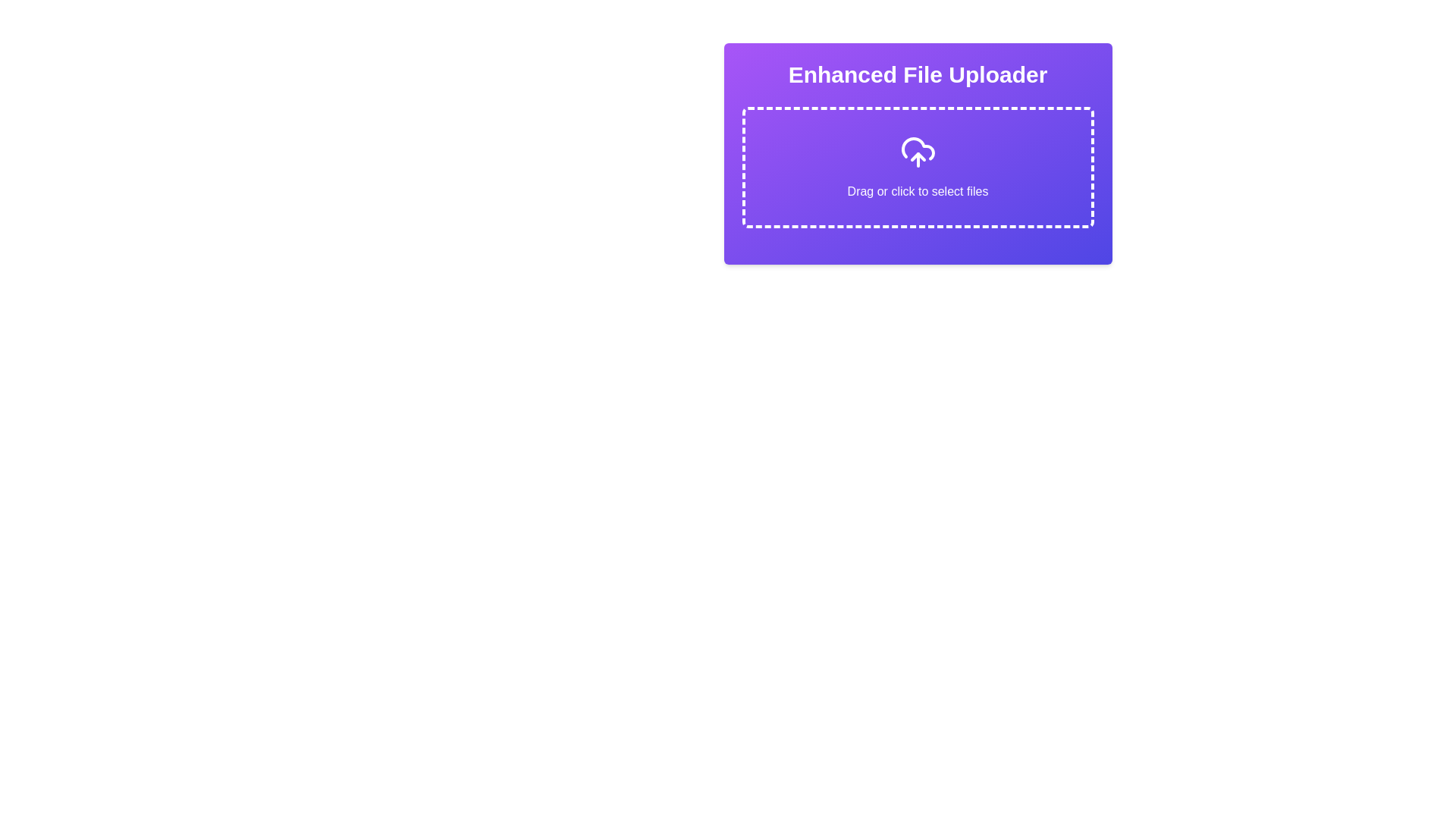 This screenshot has width=1456, height=819. I want to click on the upload icon located in the center of the large dashed rectangle labeled 'Drag or click, so click(917, 152).